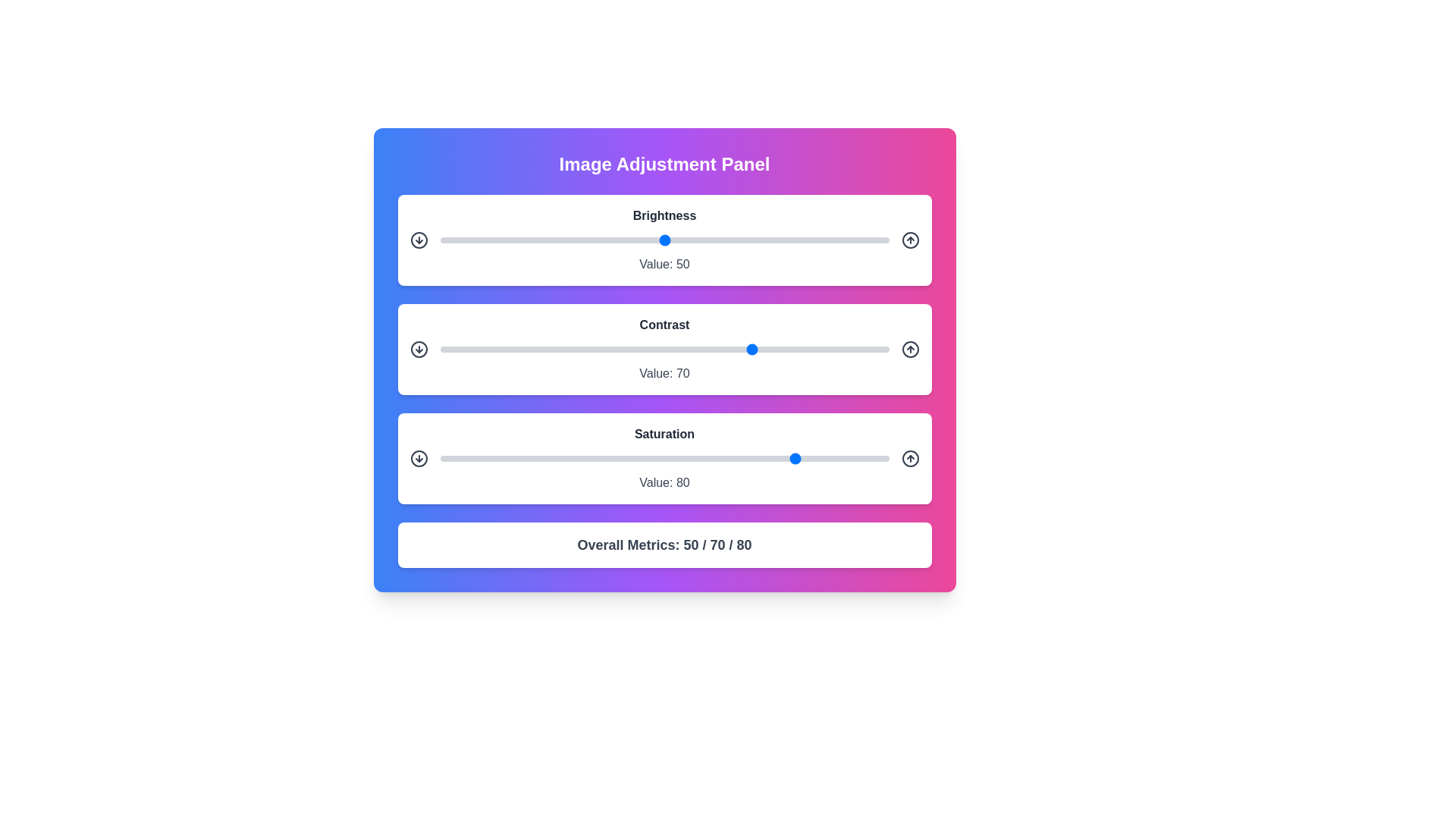 This screenshot has height=819, width=1456. Describe the element at coordinates (664, 374) in the screenshot. I see `the text label displaying 'Value: 70' located below the 'Contrast' slider in the second adjustment module of the interface` at that location.